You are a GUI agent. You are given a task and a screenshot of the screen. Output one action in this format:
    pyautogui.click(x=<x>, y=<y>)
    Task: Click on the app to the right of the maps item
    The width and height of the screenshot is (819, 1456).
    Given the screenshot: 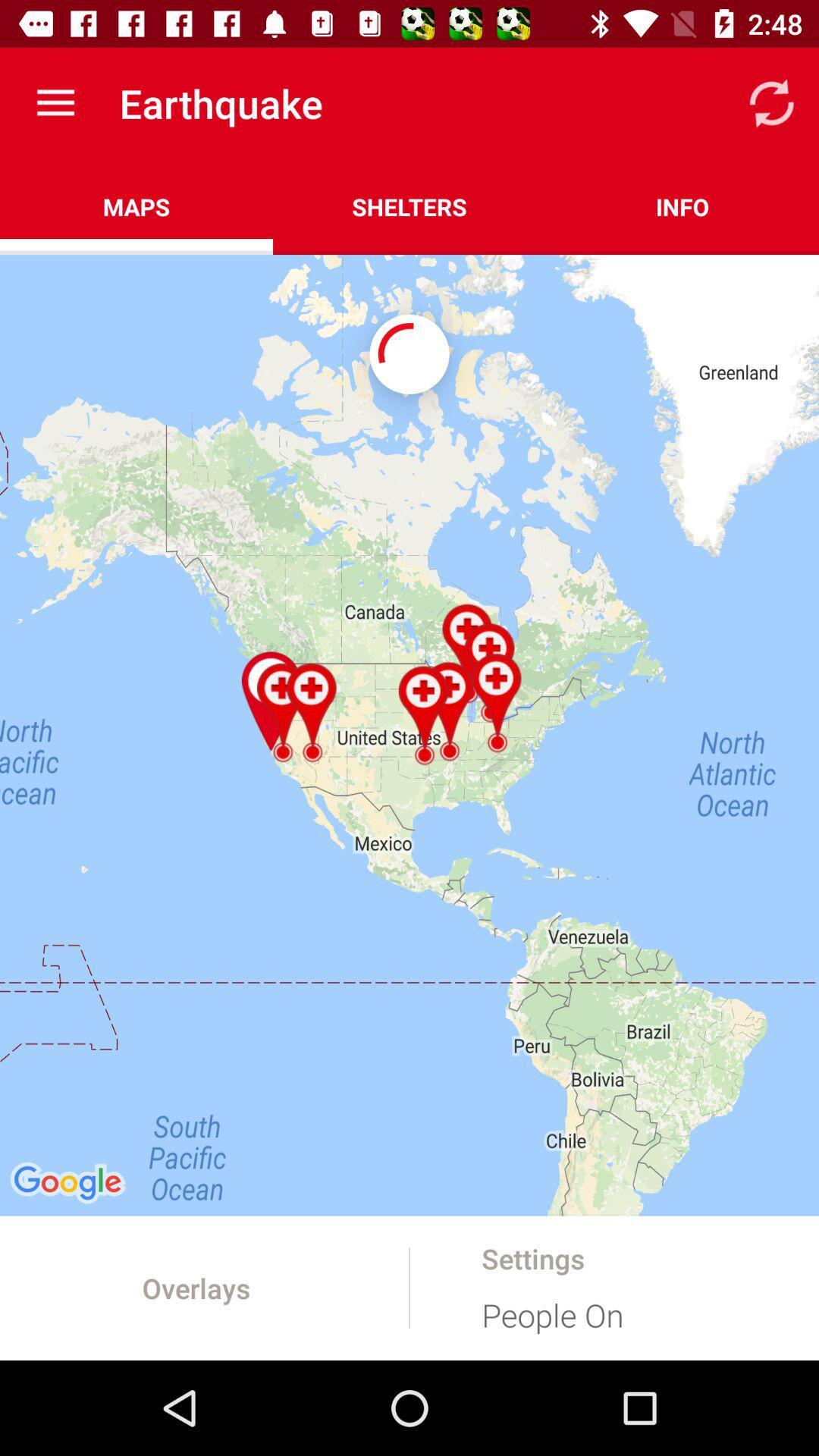 What is the action you would take?
    pyautogui.click(x=409, y=206)
    